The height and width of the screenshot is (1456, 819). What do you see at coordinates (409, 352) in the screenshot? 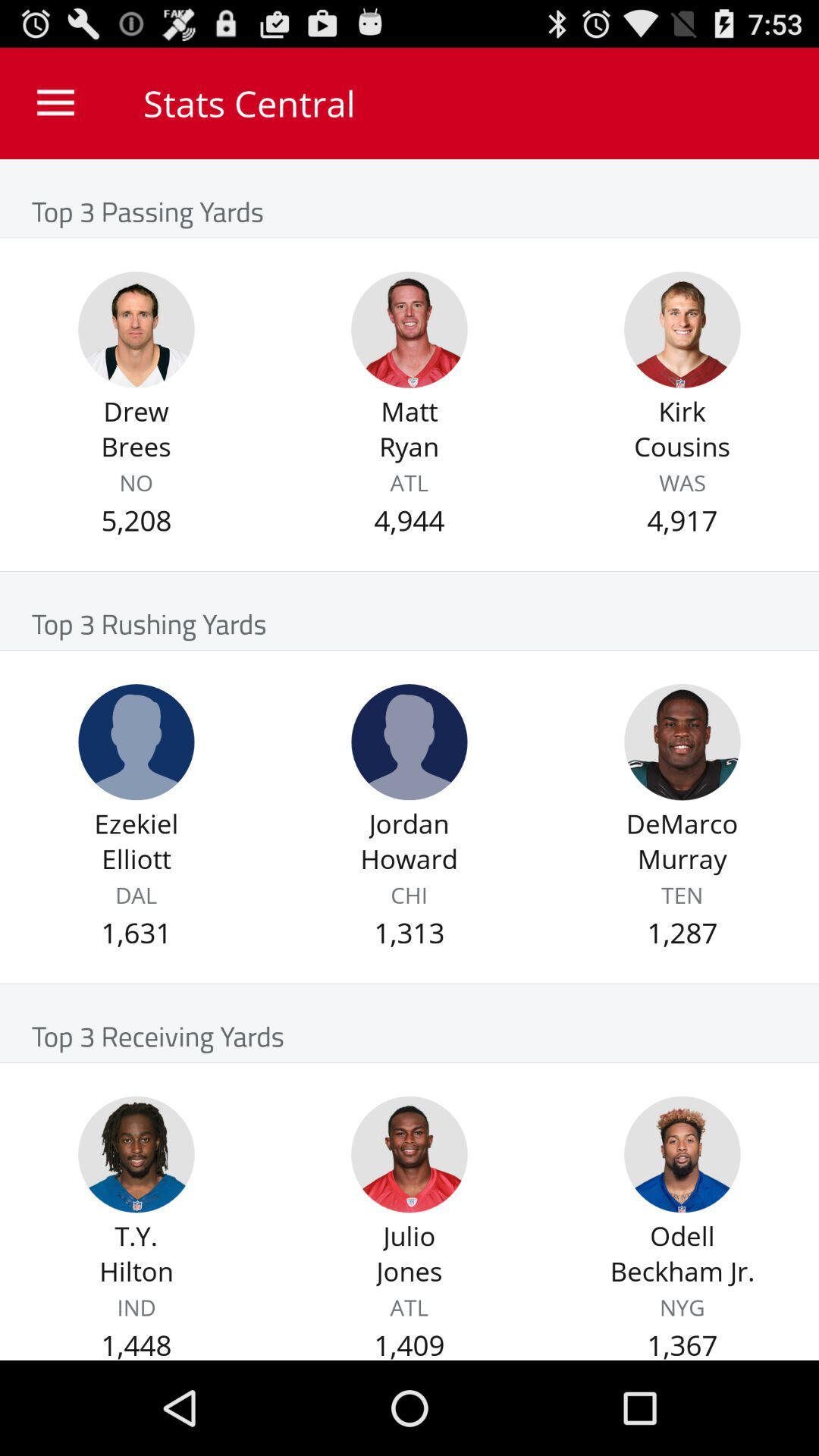
I see `the avatar icon` at bounding box center [409, 352].